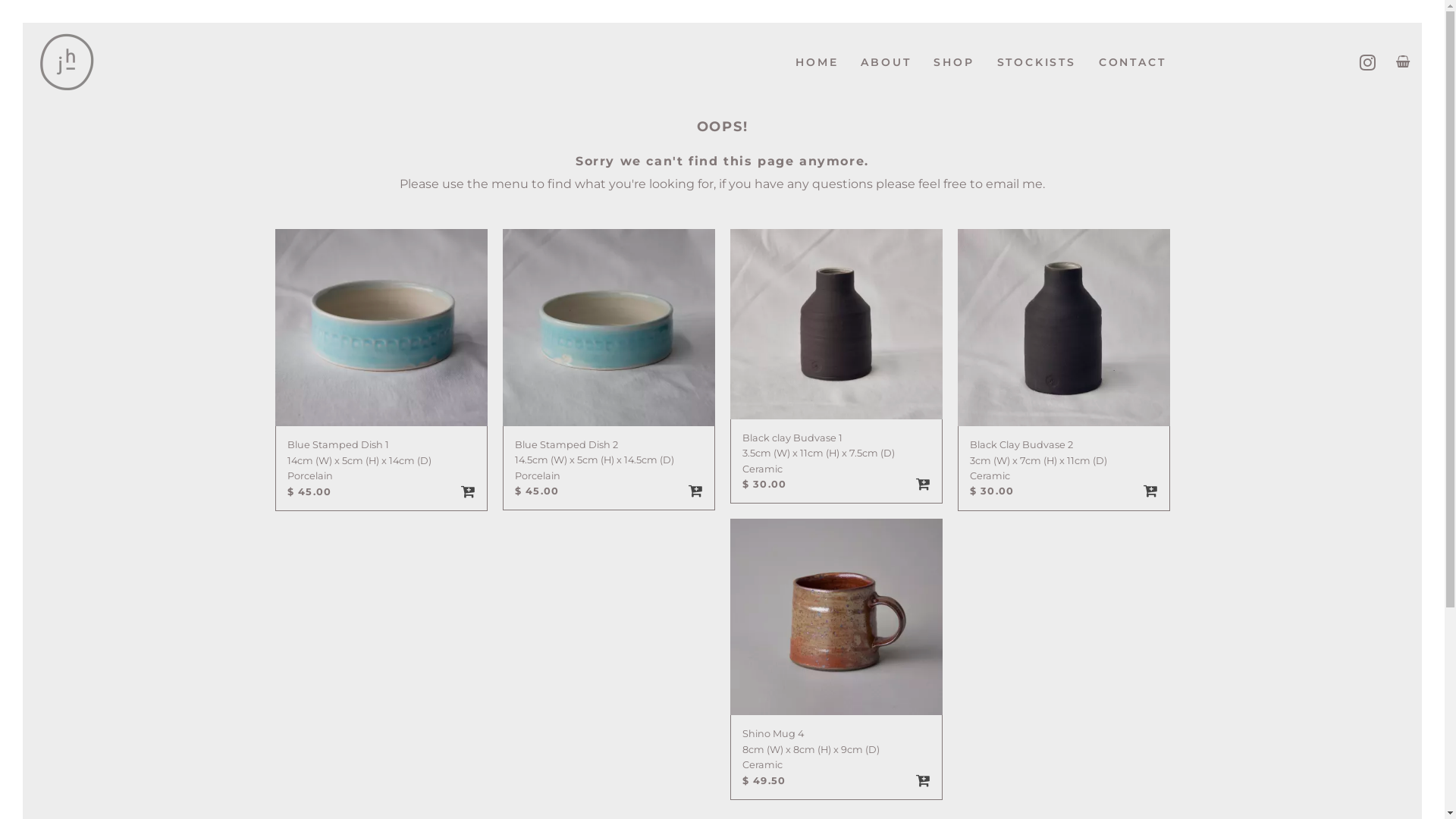 The width and height of the screenshot is (1456, 819). Describe the element at coordinates (921, 61) in the screenshot. I see `'SHOP'` at that location.